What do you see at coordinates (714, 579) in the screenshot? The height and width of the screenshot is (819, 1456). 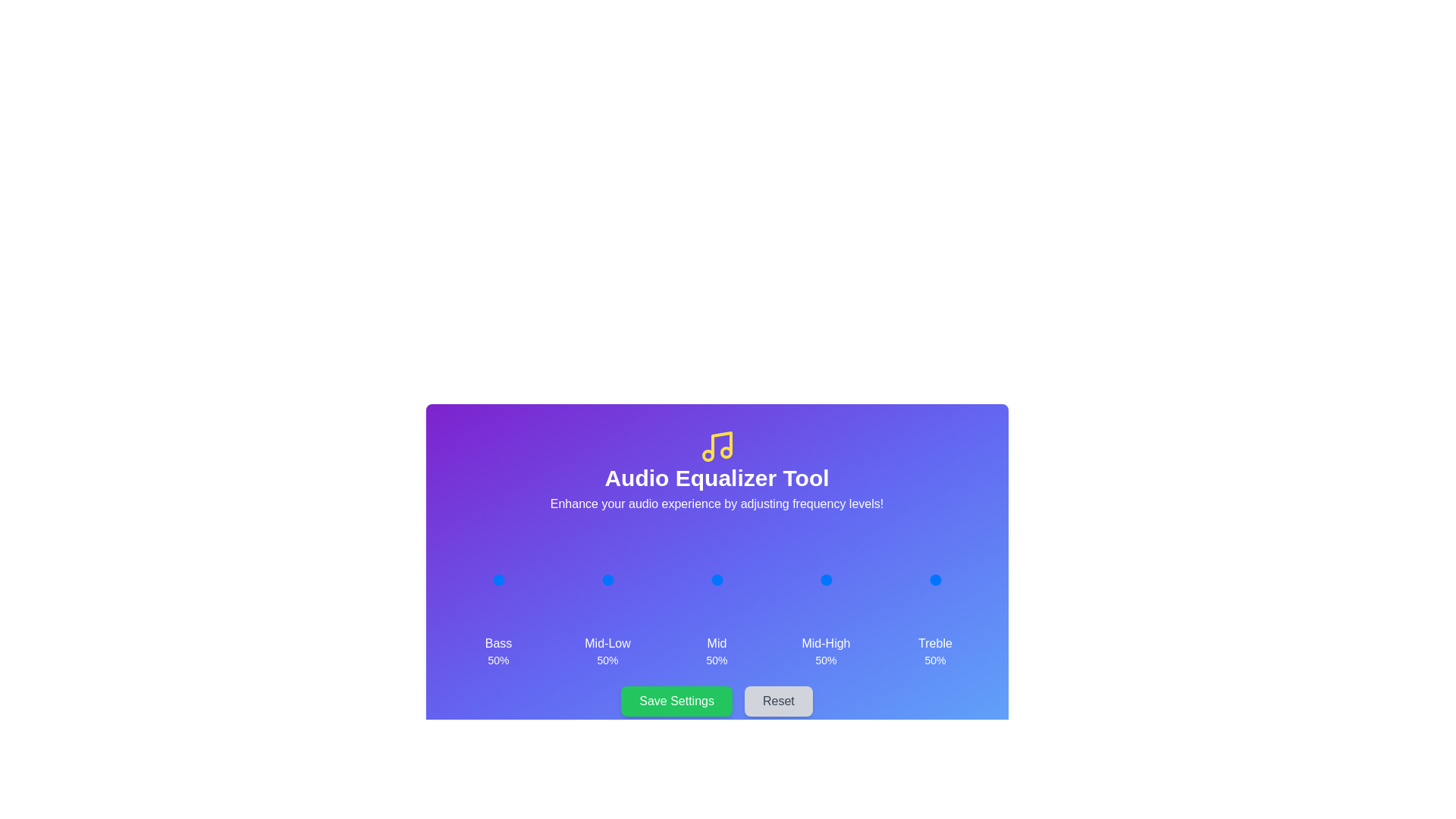 I see `the 2 slider to 46%` at bounding box center [714, 579].